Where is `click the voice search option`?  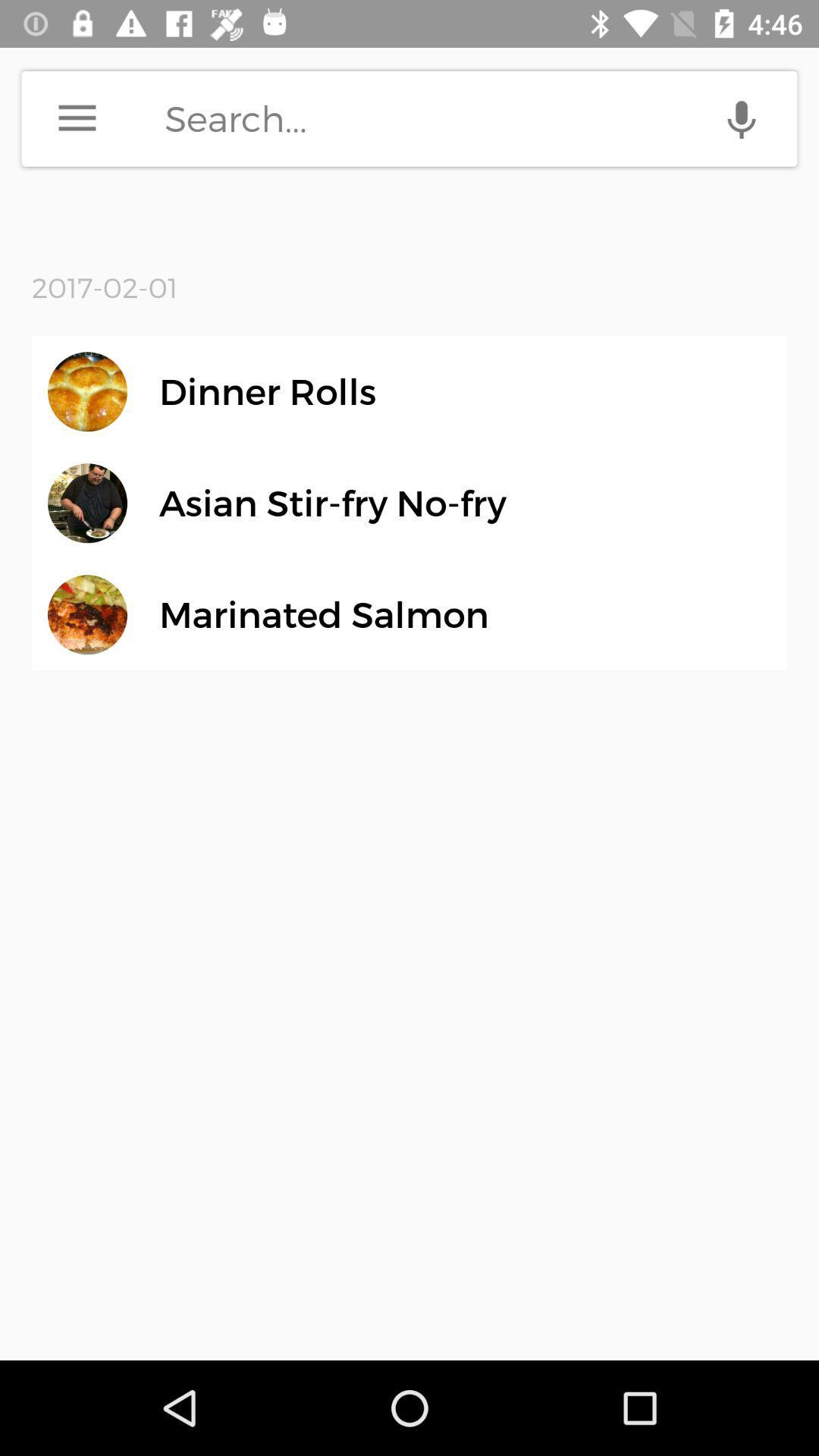 click the voice search option is located at coordinates (741, 118).